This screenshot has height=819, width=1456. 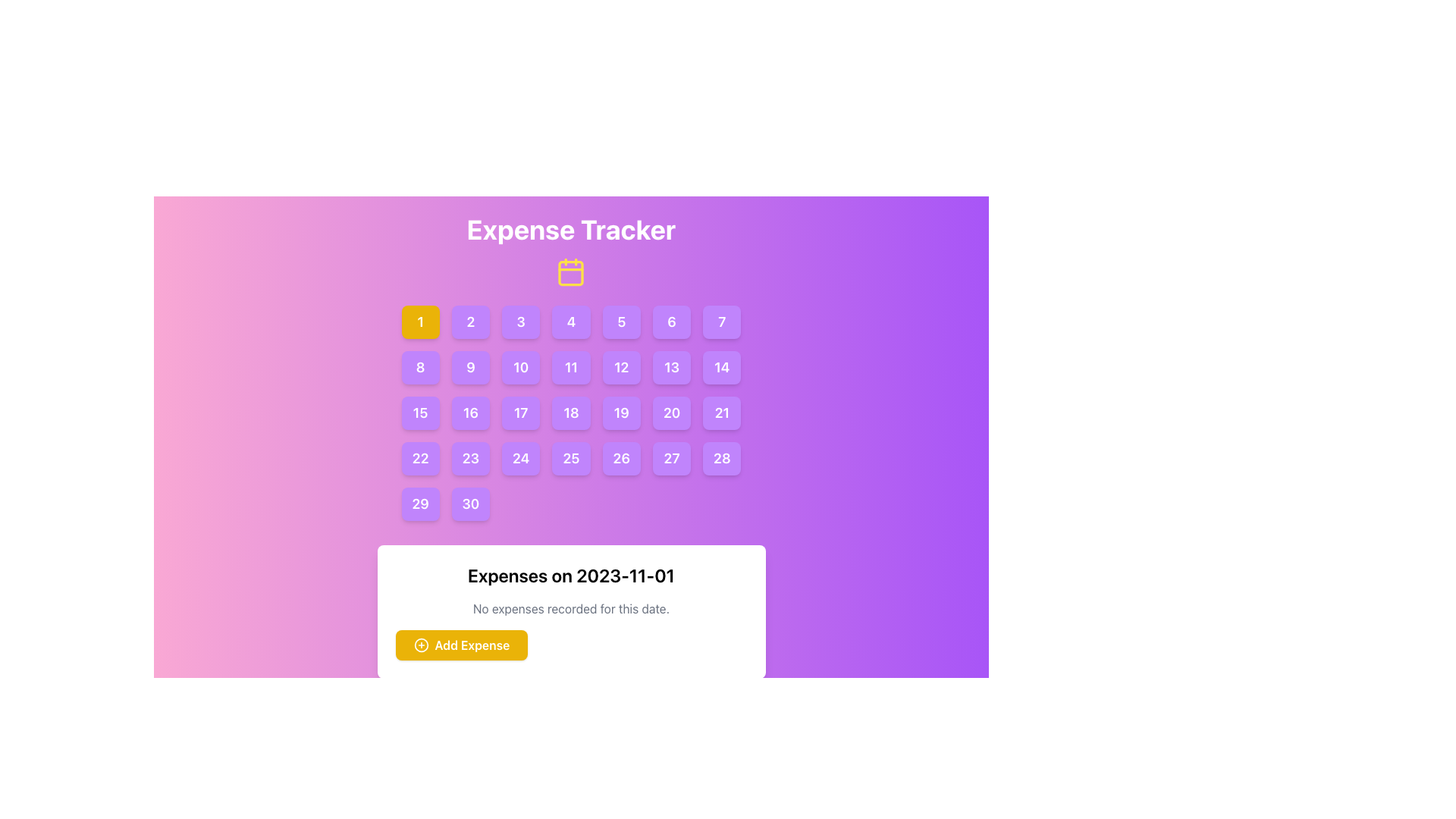 I want to click on the purple button displaying the number '8', so click(x=420, y=368).